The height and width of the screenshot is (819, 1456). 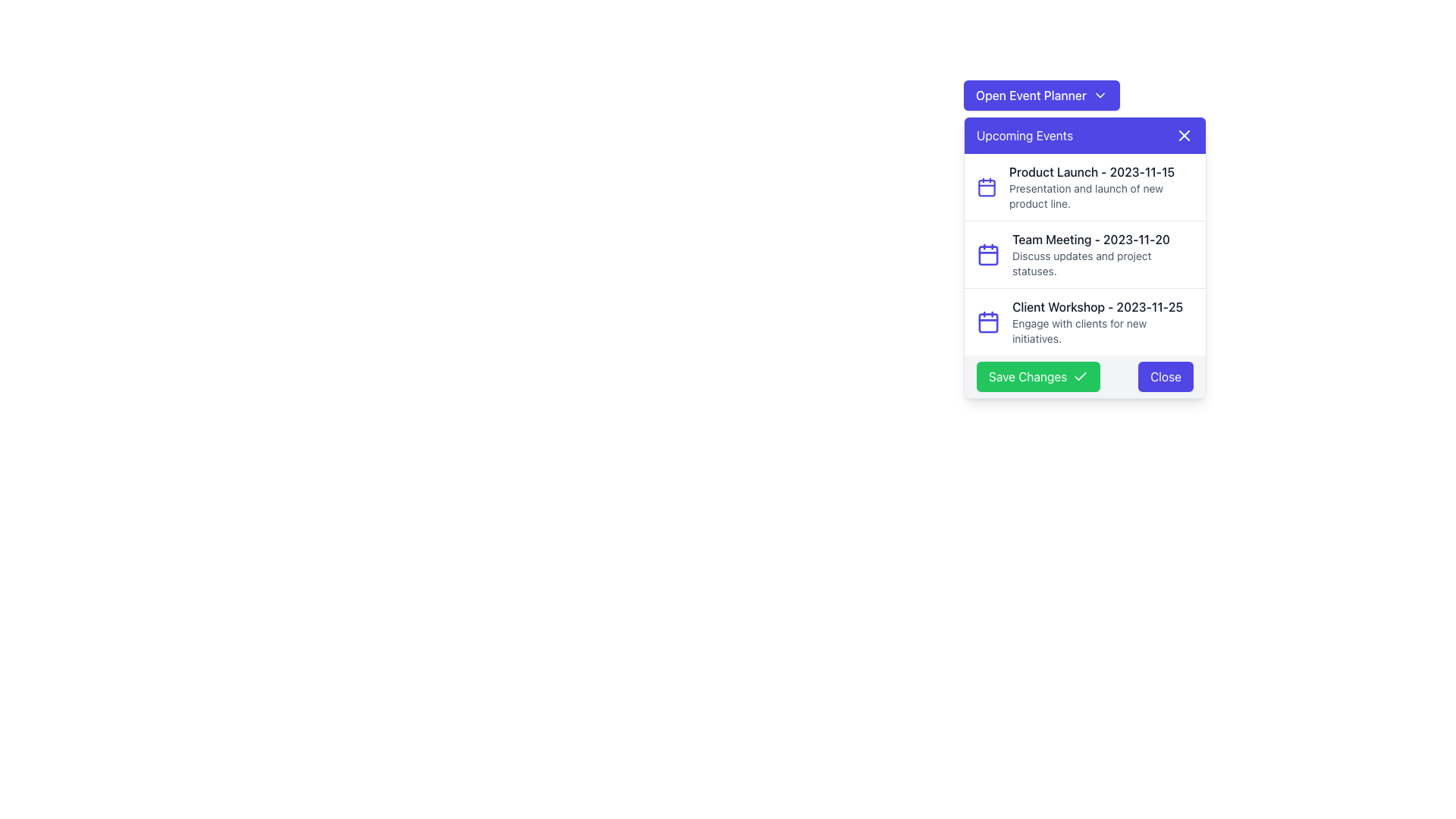 I want to click on the 'Close' button, which is a rectangular button with a purple background and white text, located at the bottom-right corner of the modal dialog, so click(x=1165, y=376).